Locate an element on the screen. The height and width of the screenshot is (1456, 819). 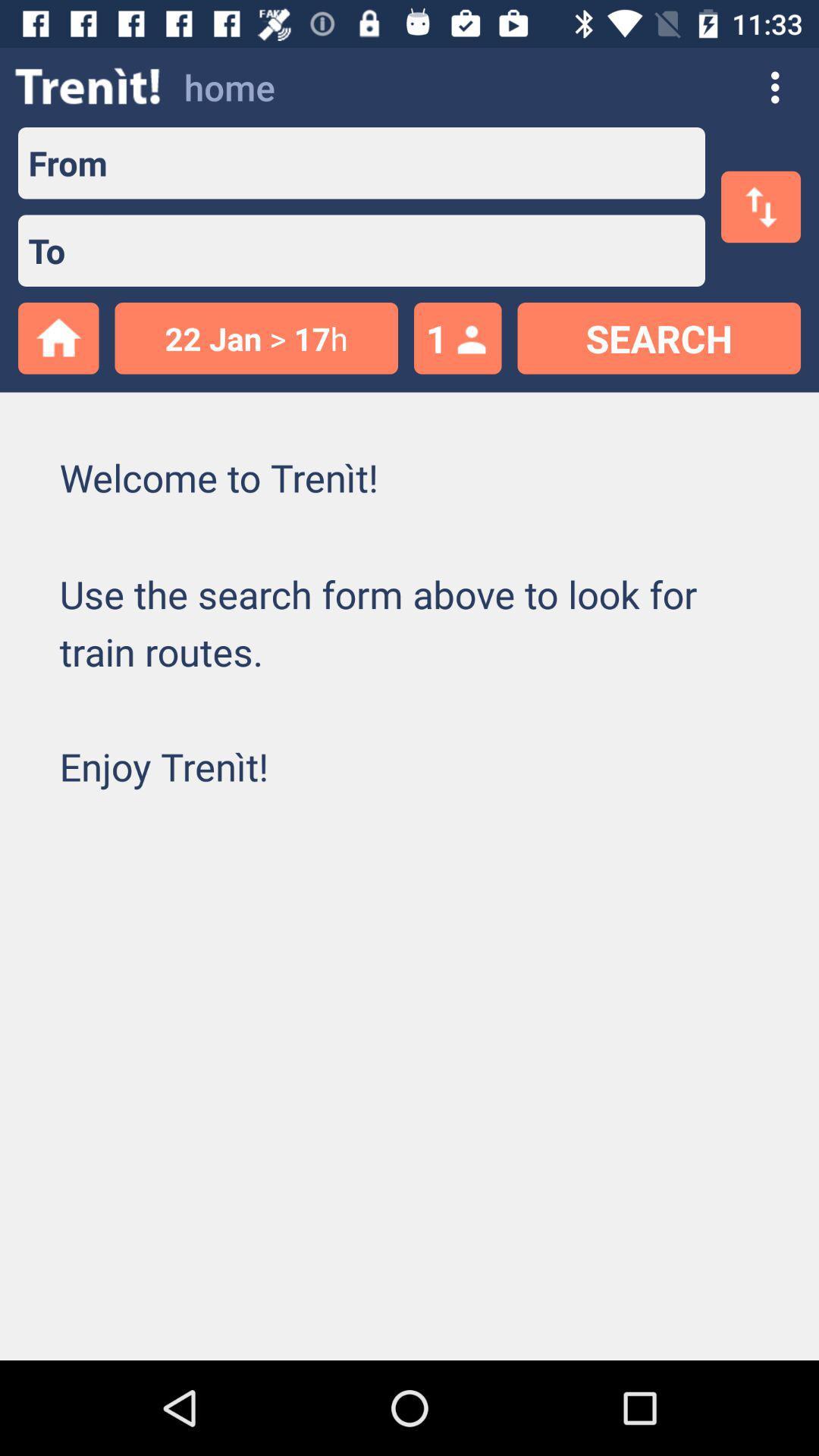
text is located at coordinates (405, 163).